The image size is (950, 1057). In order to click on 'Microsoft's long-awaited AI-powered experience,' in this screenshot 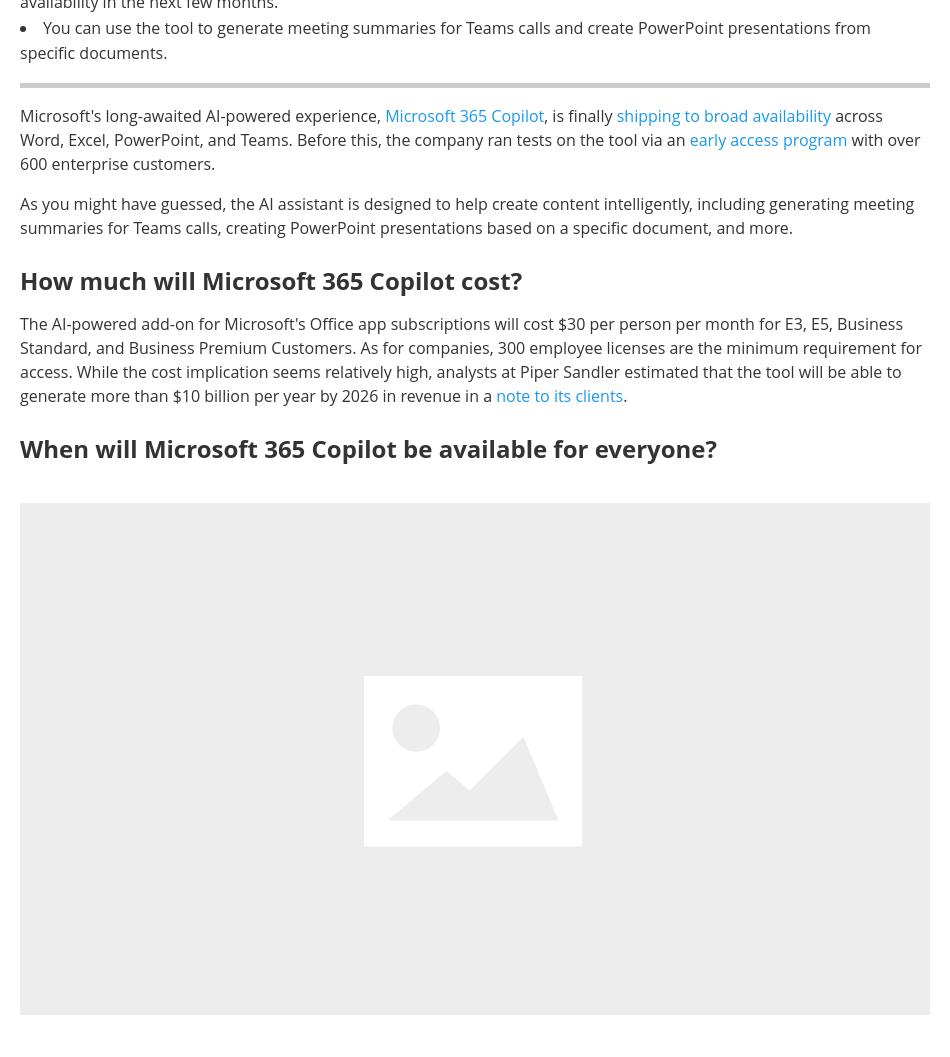, I will do `click(202, 114)`.